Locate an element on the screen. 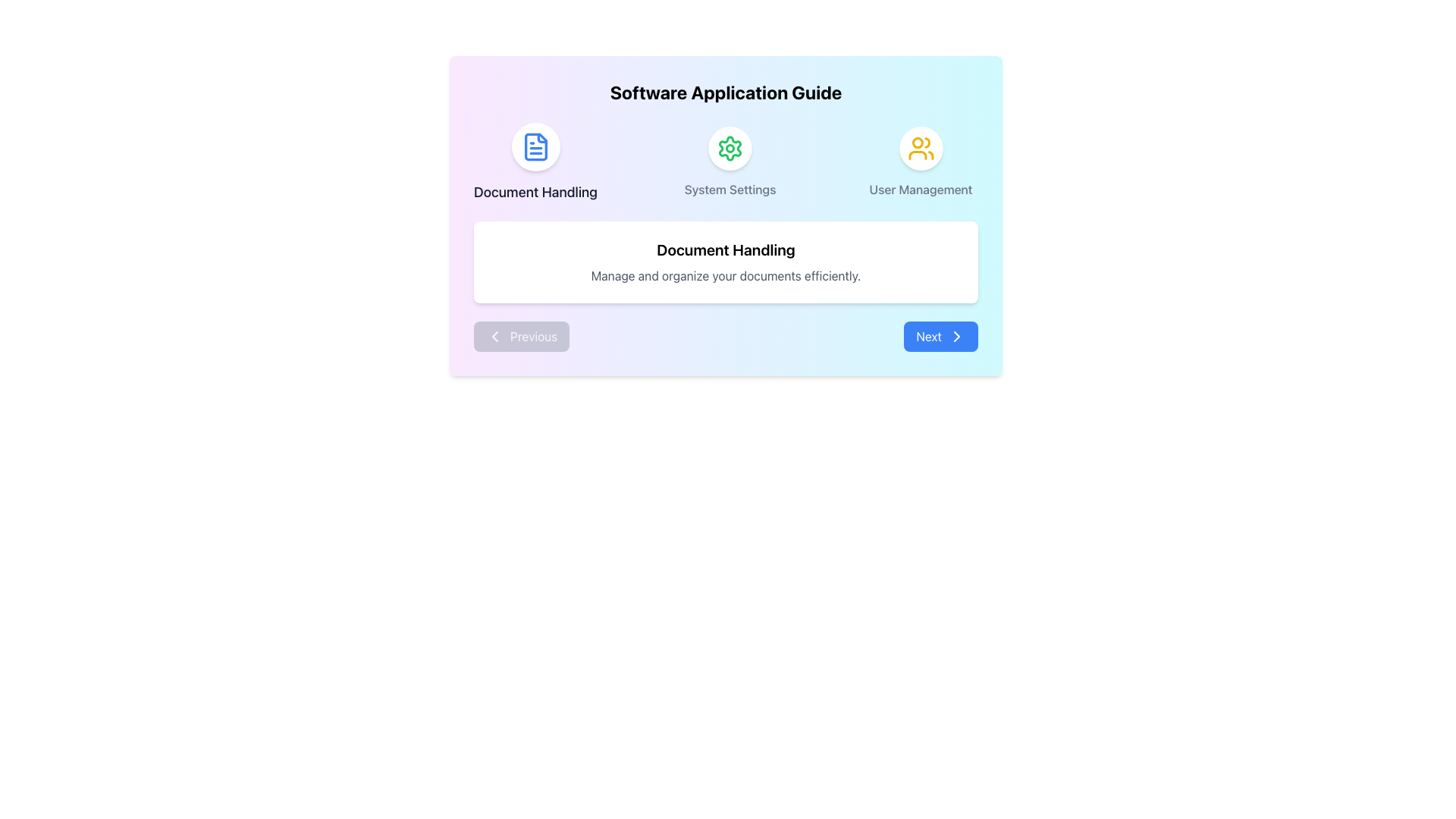  the 'System Settings' graphical icon is located at coordinates (730, 149).